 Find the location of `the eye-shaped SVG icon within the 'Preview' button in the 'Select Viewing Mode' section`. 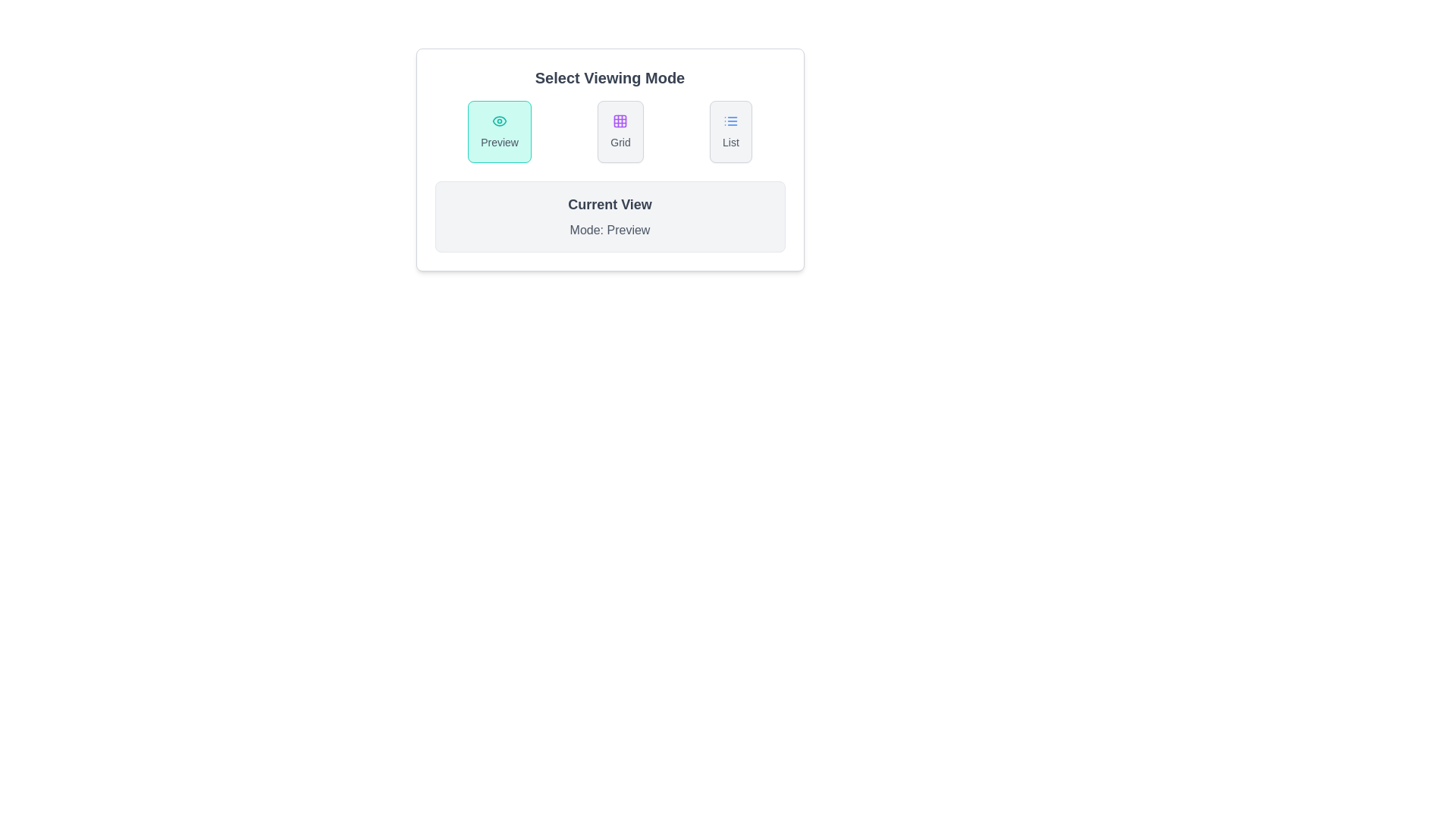

the eye-shaped SVG icon within the 'Preview' button in the 'Select Viewing Mode' section is located at coordinates (500, 120).